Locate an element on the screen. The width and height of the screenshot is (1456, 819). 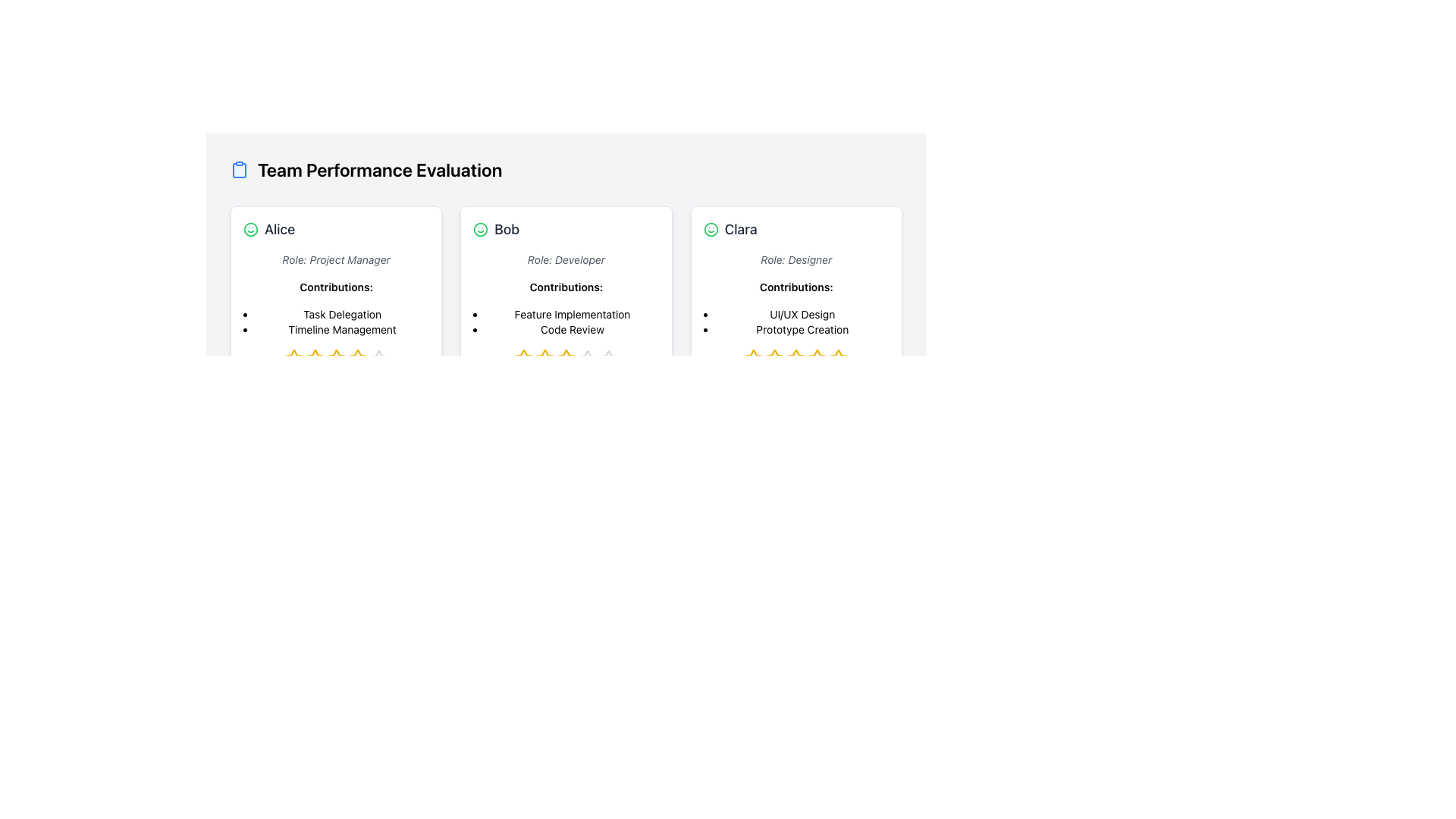
the third star icon filled with golden yellow color in the rating section of Clara's card is located at coordinates (795, 357).